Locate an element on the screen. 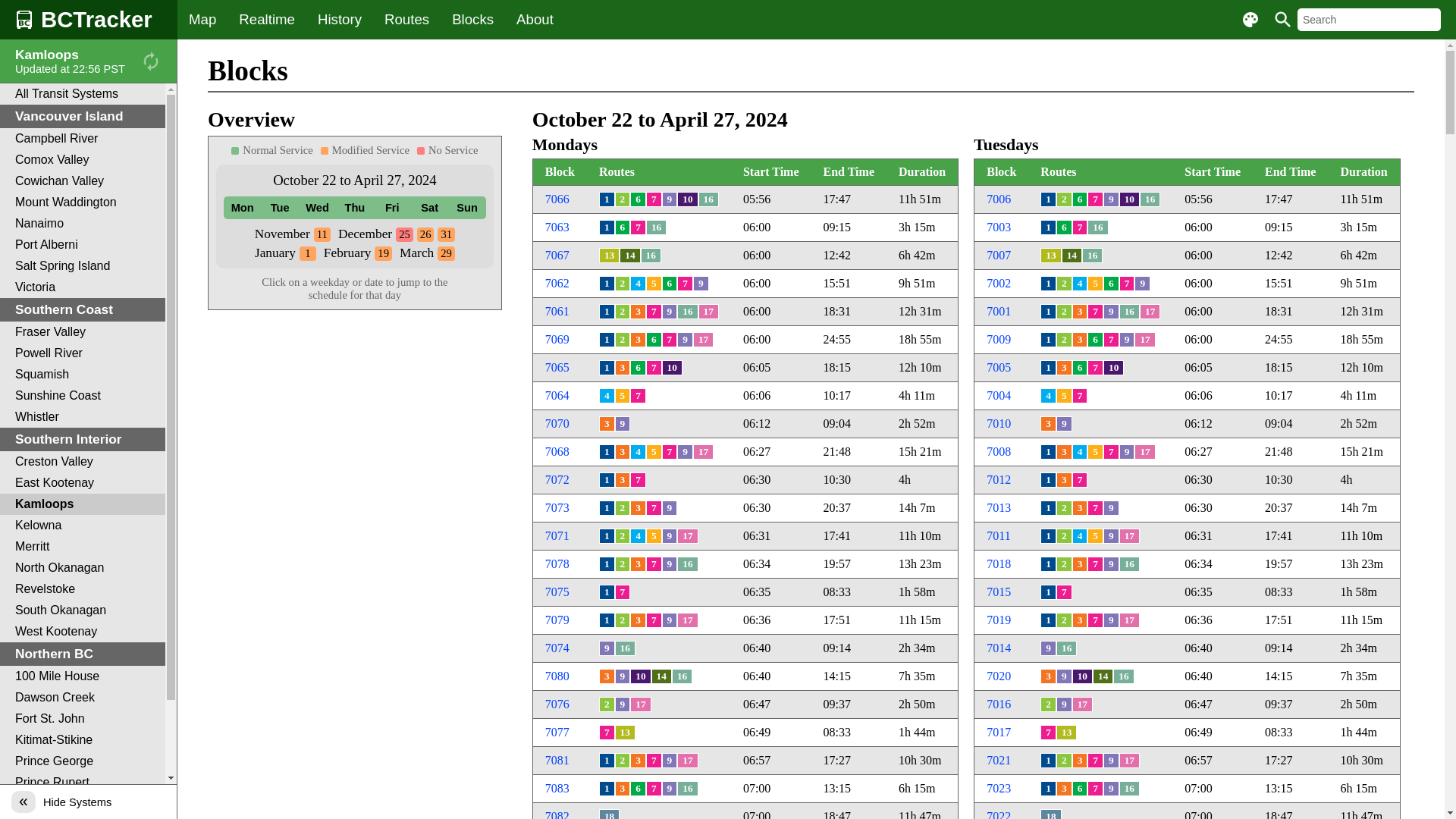 This screenshot has height=819, width=1456. '9' is located at coordinates (684, 338).